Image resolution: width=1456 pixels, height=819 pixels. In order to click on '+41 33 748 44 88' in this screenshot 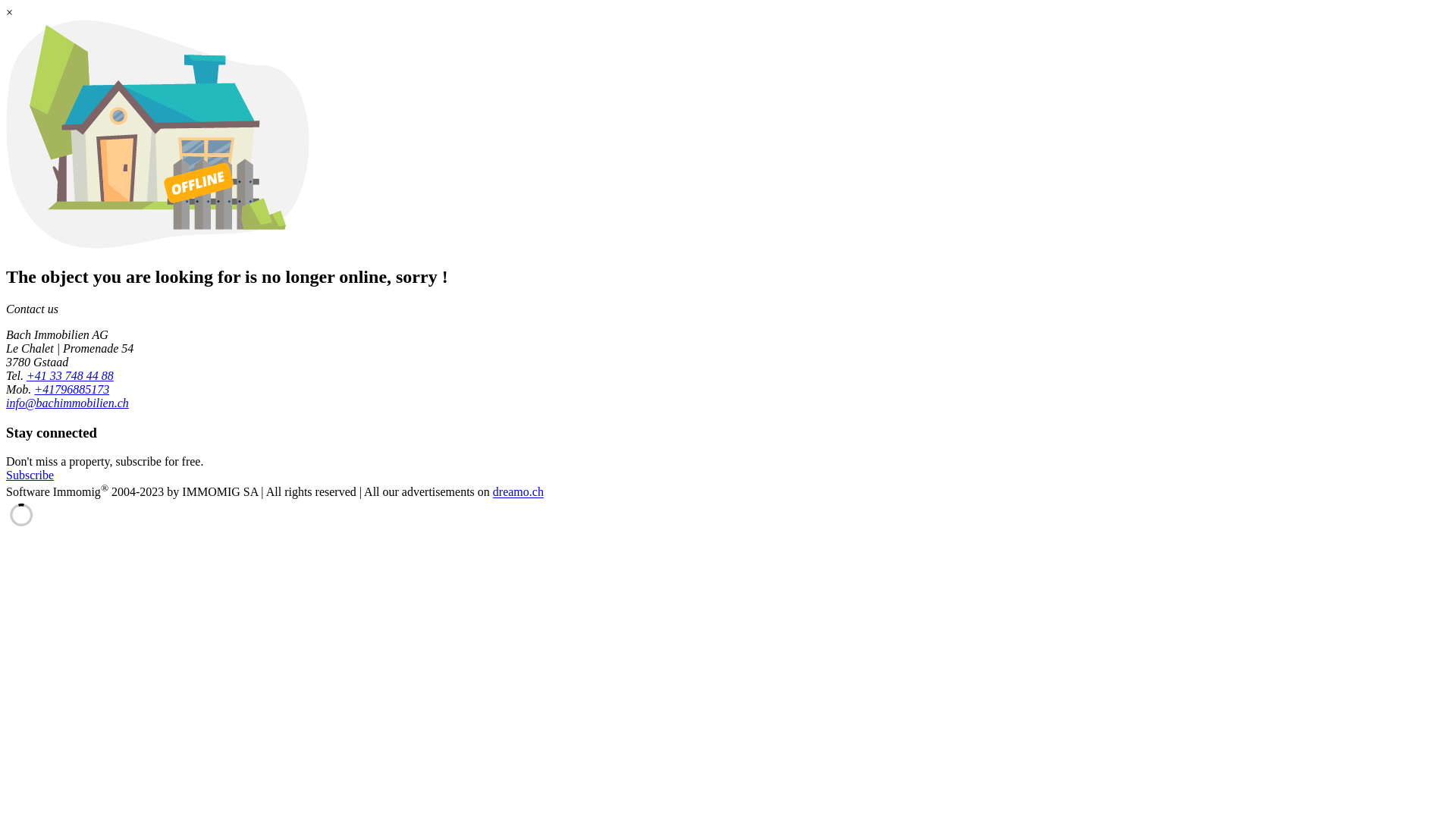, I will do `click(69, 375)`.